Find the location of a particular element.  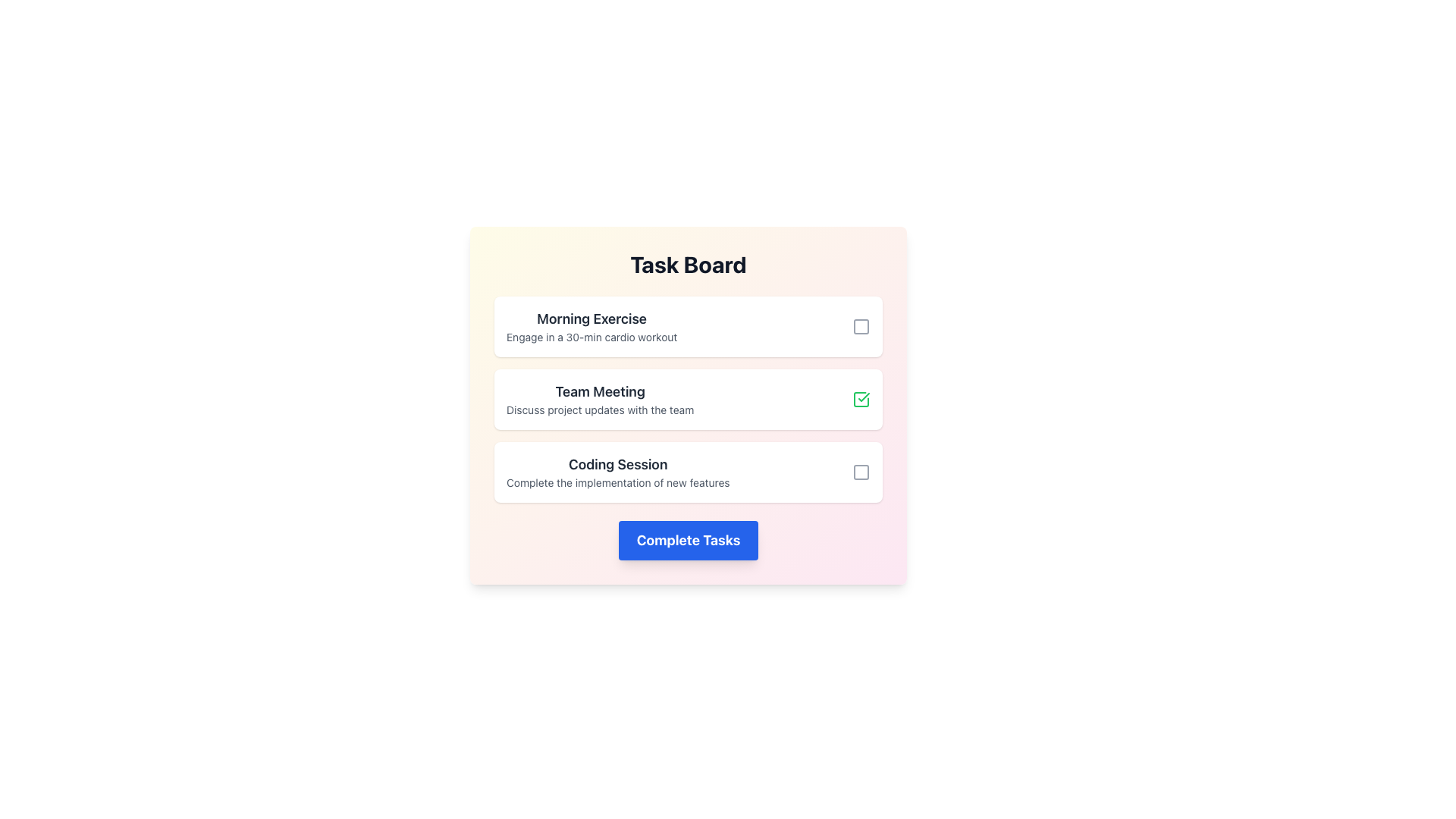

the informative text that provides additional detail about the 'Team Meeting' task, located directly below the 'Team Meeting' title in the second row of task items is located at coordinates (599, 409).